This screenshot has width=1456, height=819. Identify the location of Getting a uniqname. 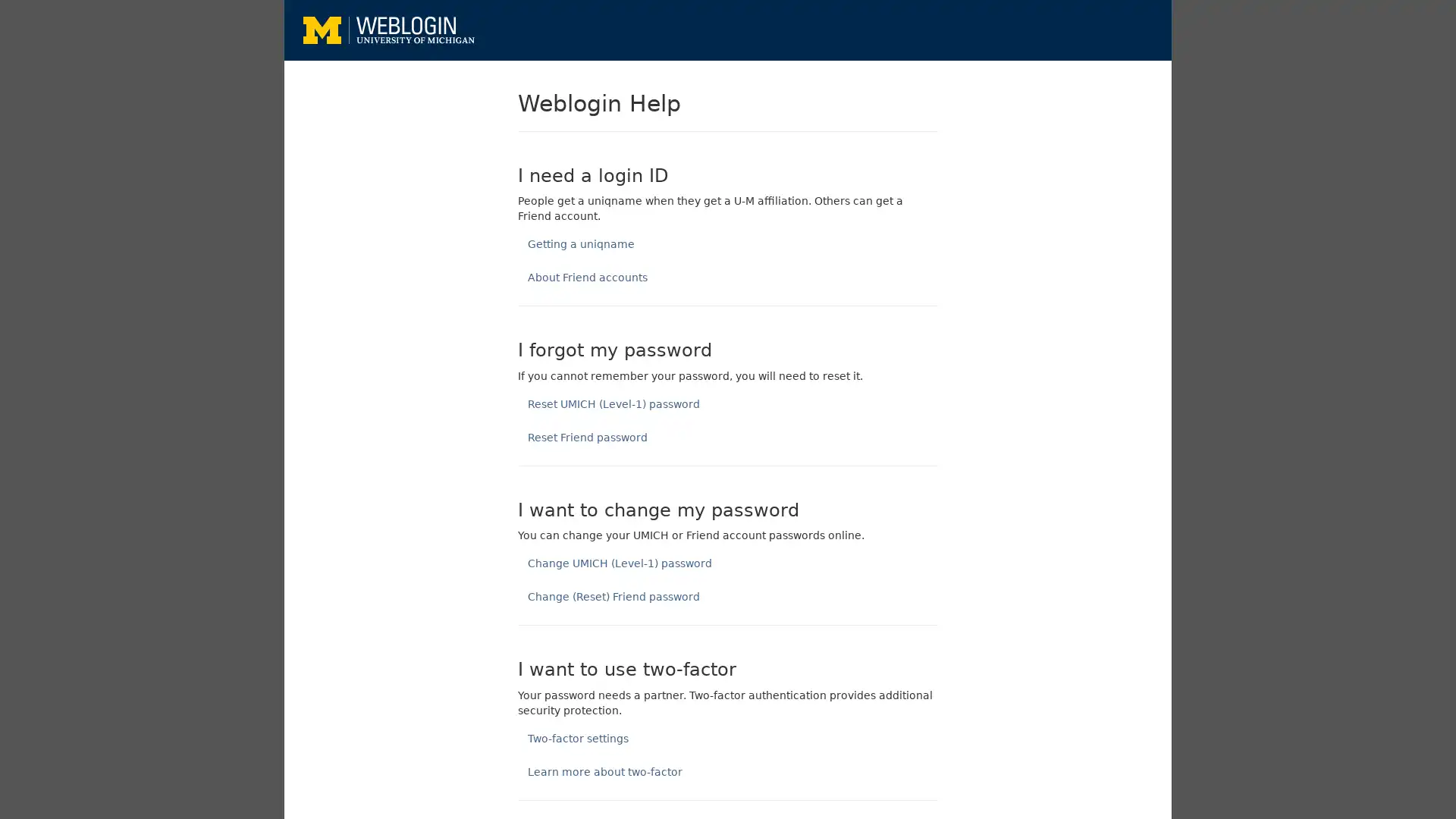
(579, 243).